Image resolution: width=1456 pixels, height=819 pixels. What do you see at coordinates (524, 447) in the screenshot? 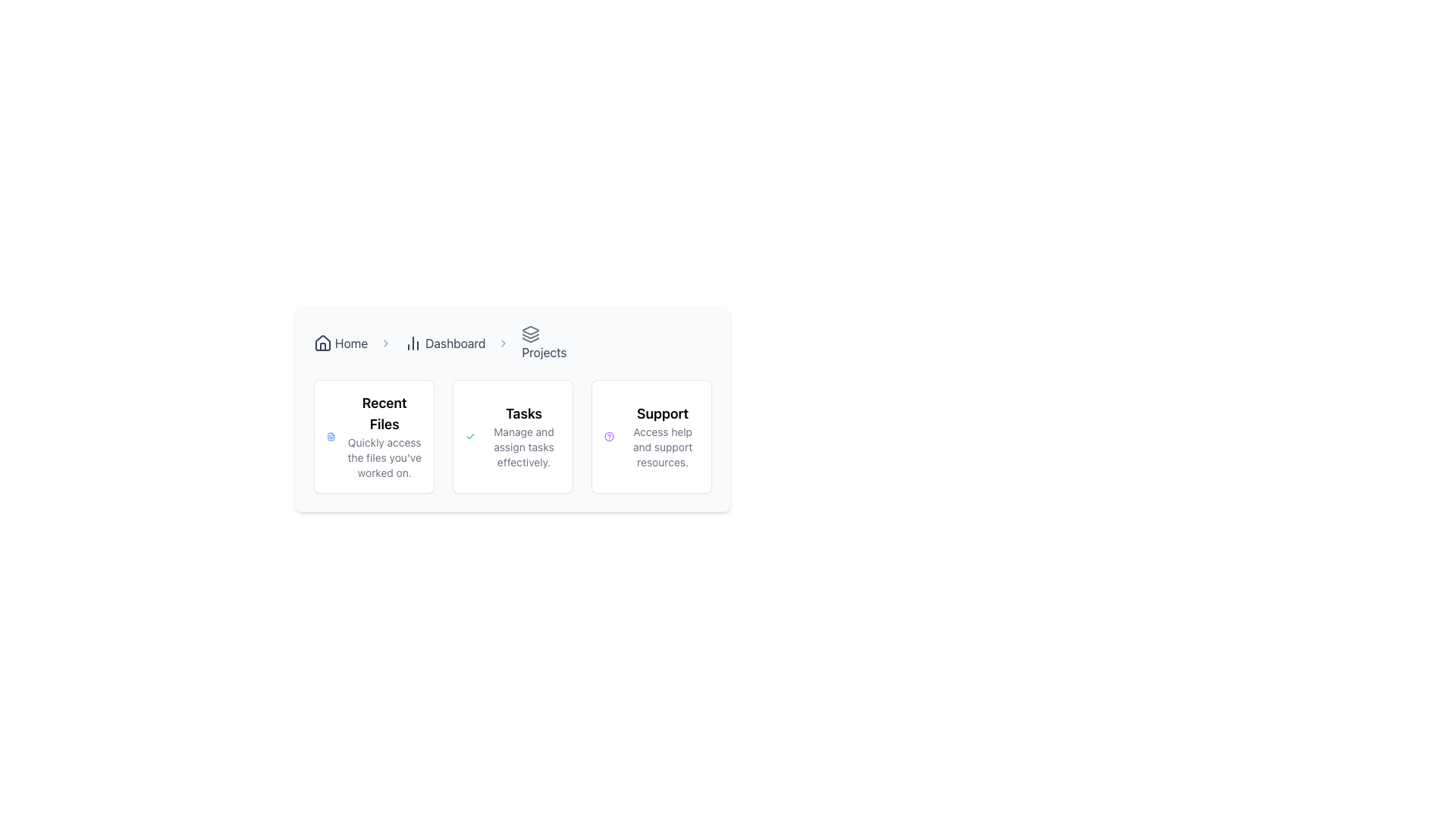
I see `the text element containing the phrase 'Manage and assign tasks effectively.', which is styled in gray and positioned below the 'Tasks' heading in the middle column of the layout` at bounding box center [524, 447].